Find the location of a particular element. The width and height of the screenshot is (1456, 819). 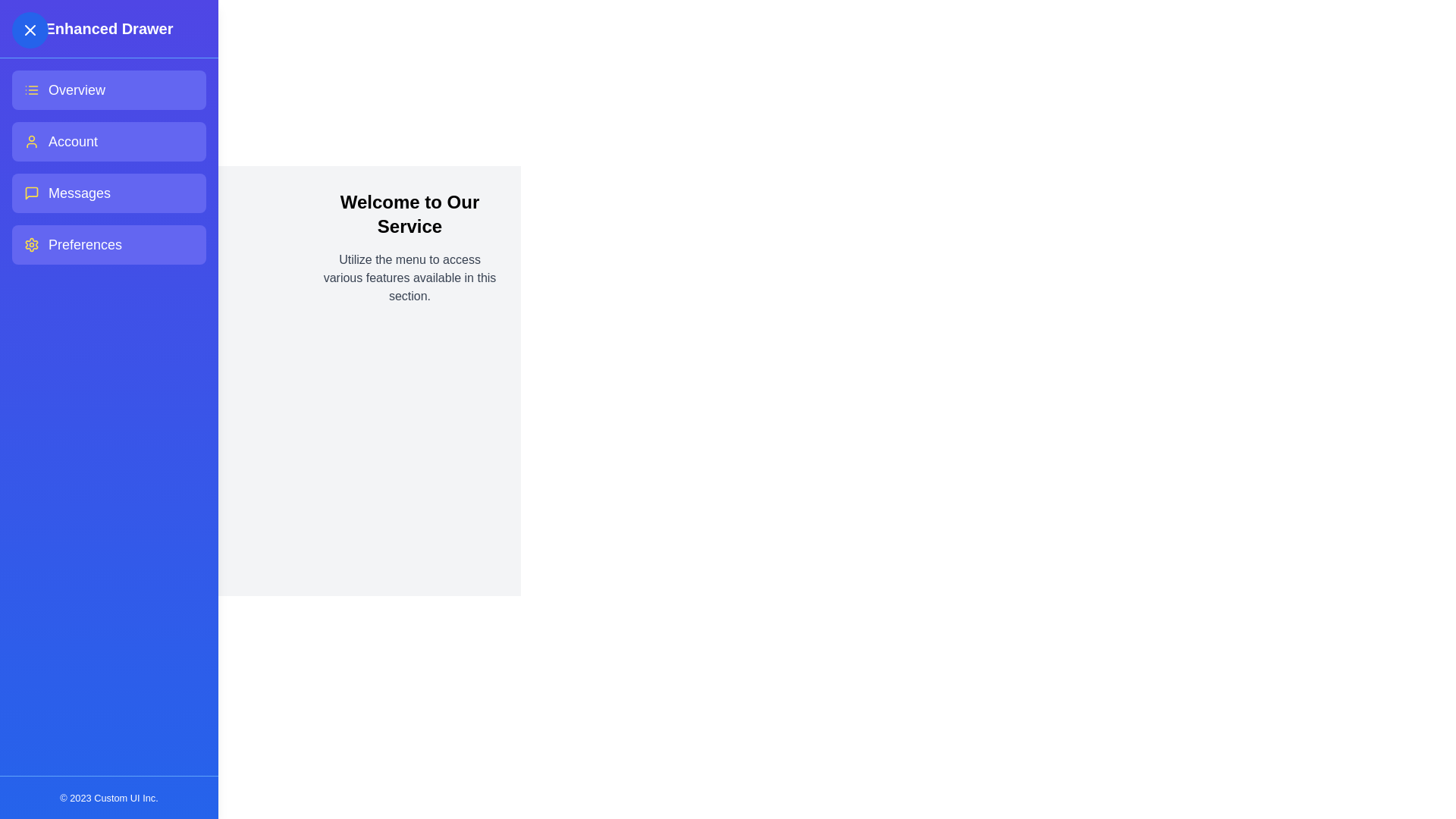

the second navigation button in the sidebar is located at coordinates (108, 141).